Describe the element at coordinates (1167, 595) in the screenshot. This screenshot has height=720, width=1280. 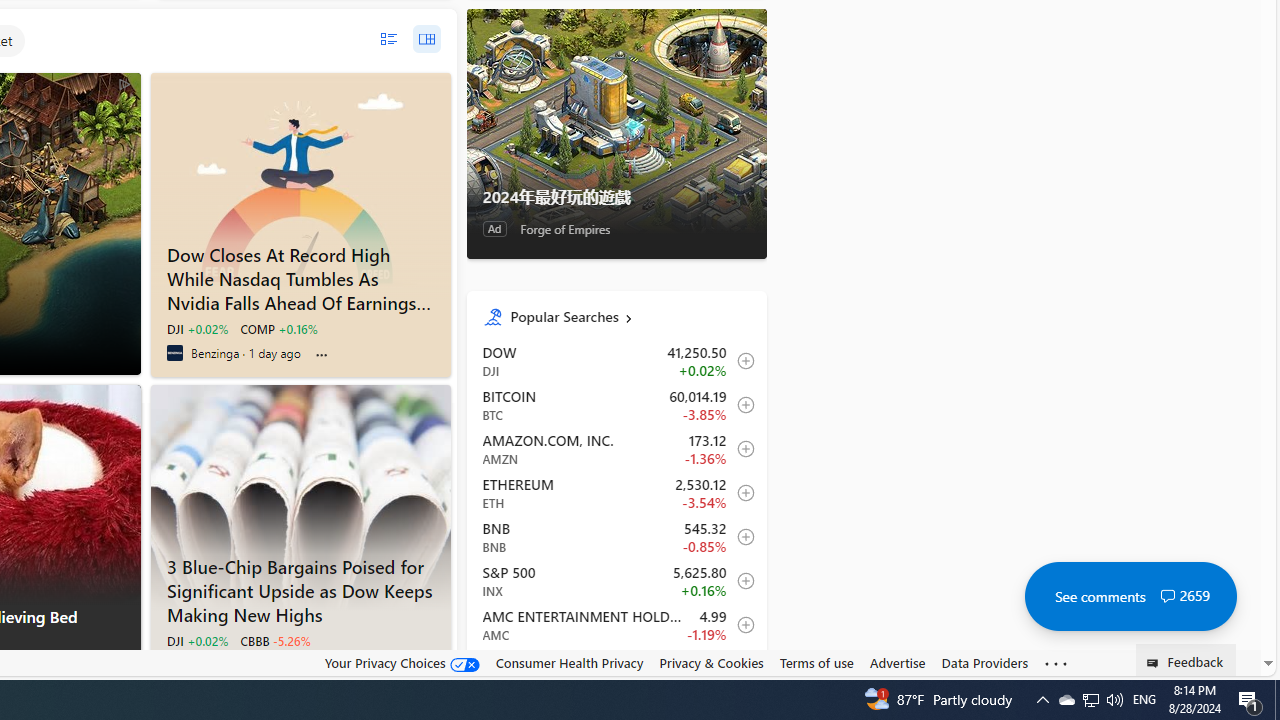
I see `'Class: cwt-icon-vector'` at that location.